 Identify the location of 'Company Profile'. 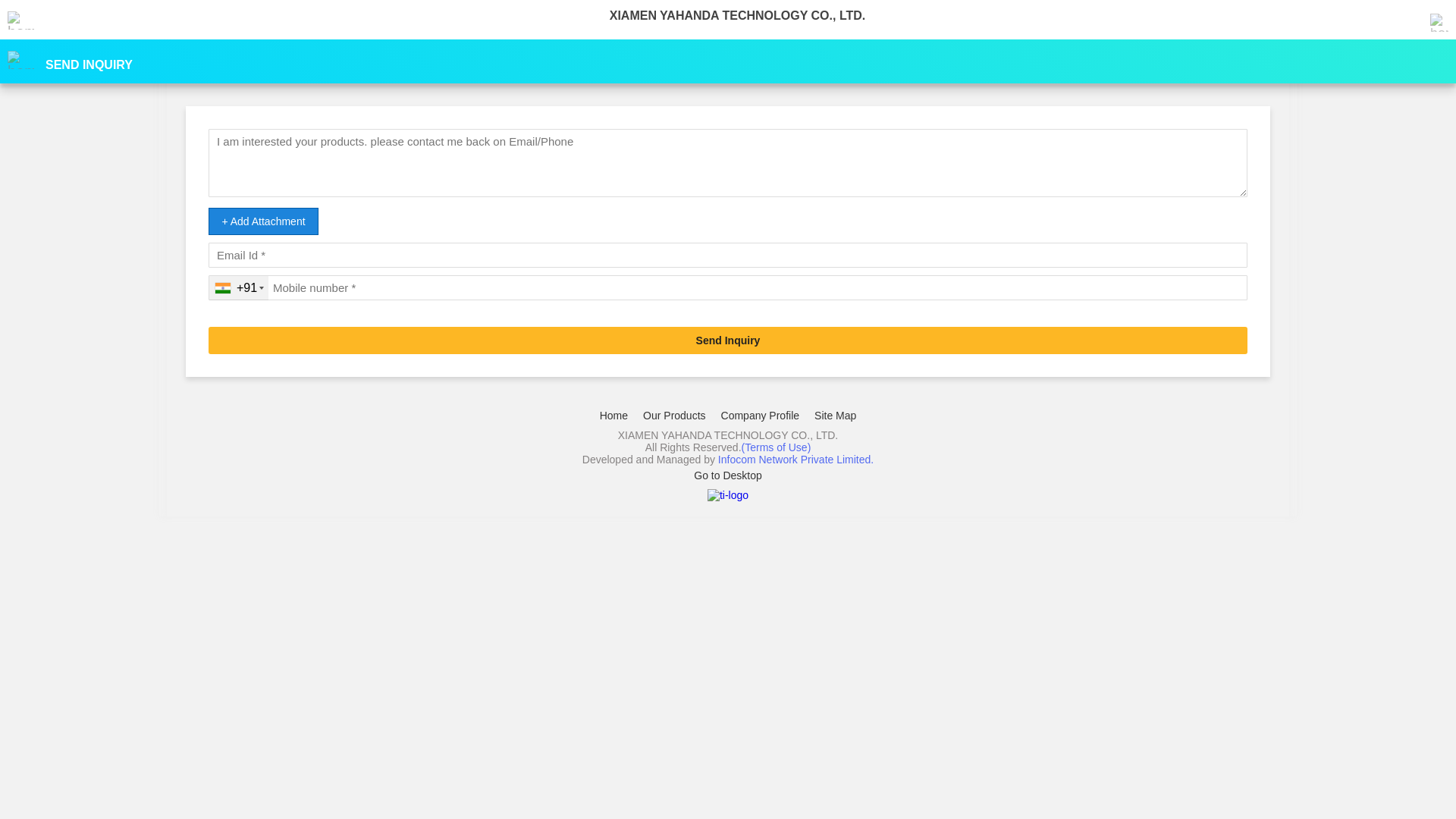
(761, 415).